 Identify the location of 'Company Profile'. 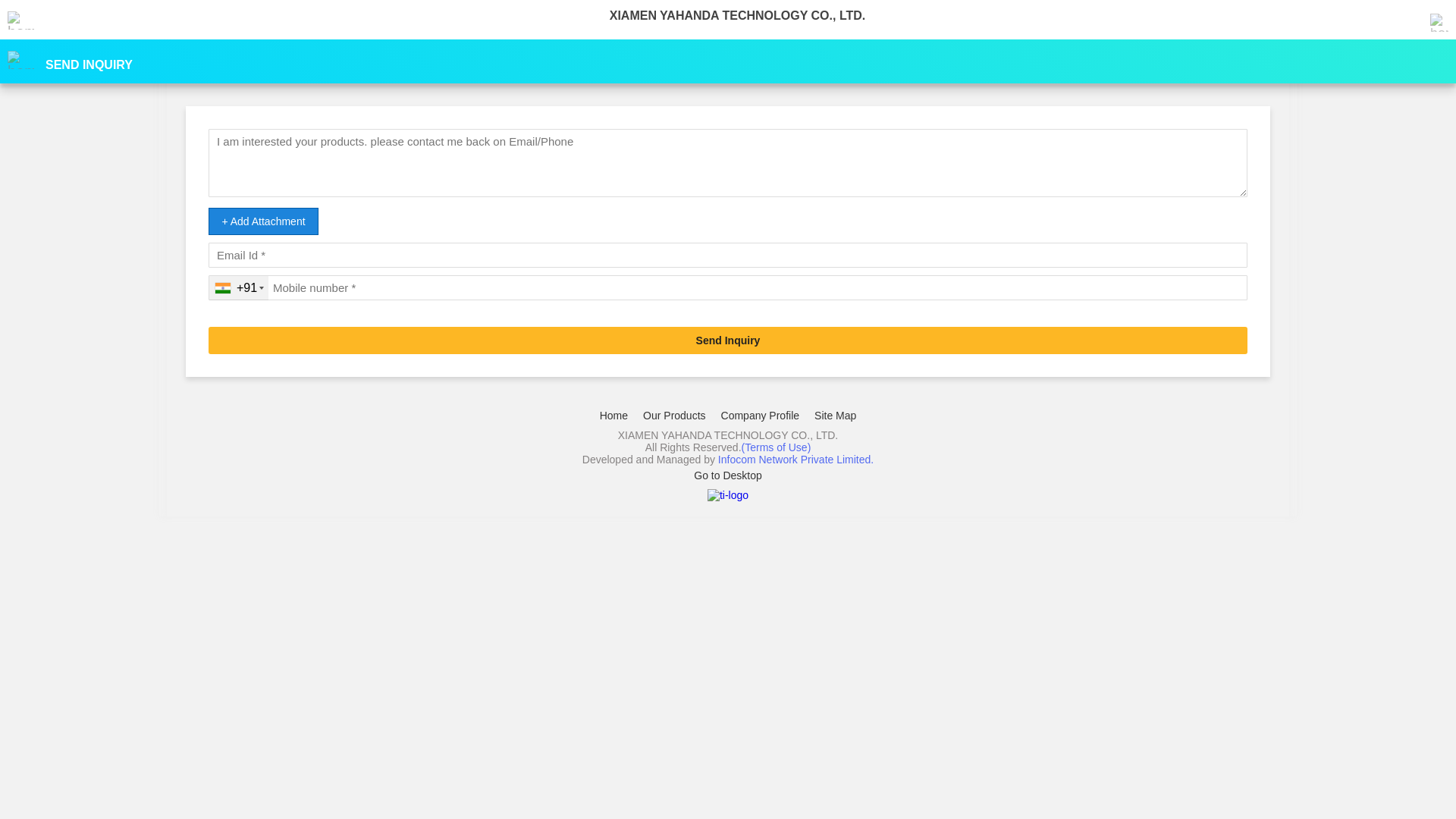
(761, 415).